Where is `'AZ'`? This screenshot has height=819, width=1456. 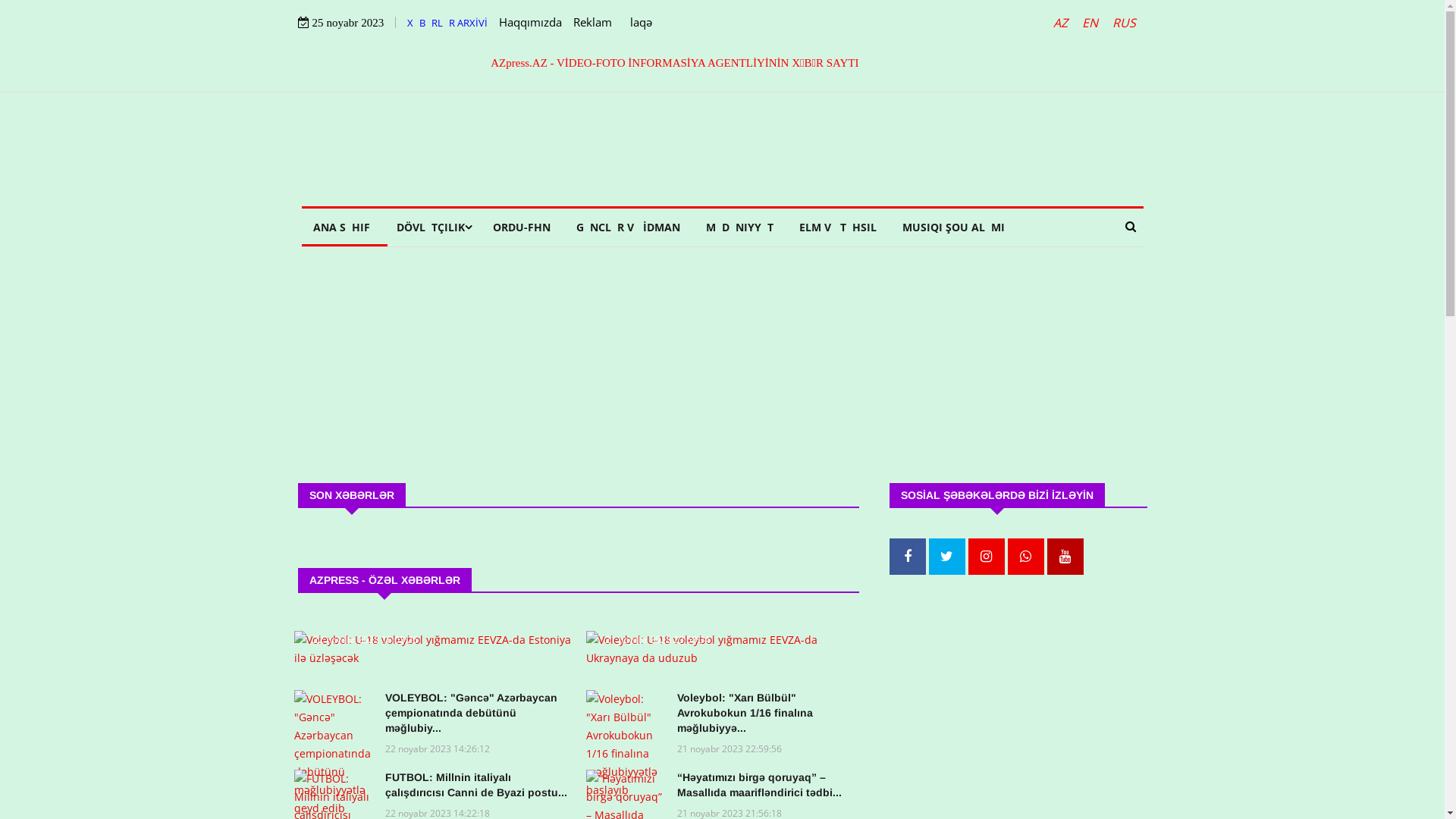 'AZ' is located at coordinates (1060, 23).